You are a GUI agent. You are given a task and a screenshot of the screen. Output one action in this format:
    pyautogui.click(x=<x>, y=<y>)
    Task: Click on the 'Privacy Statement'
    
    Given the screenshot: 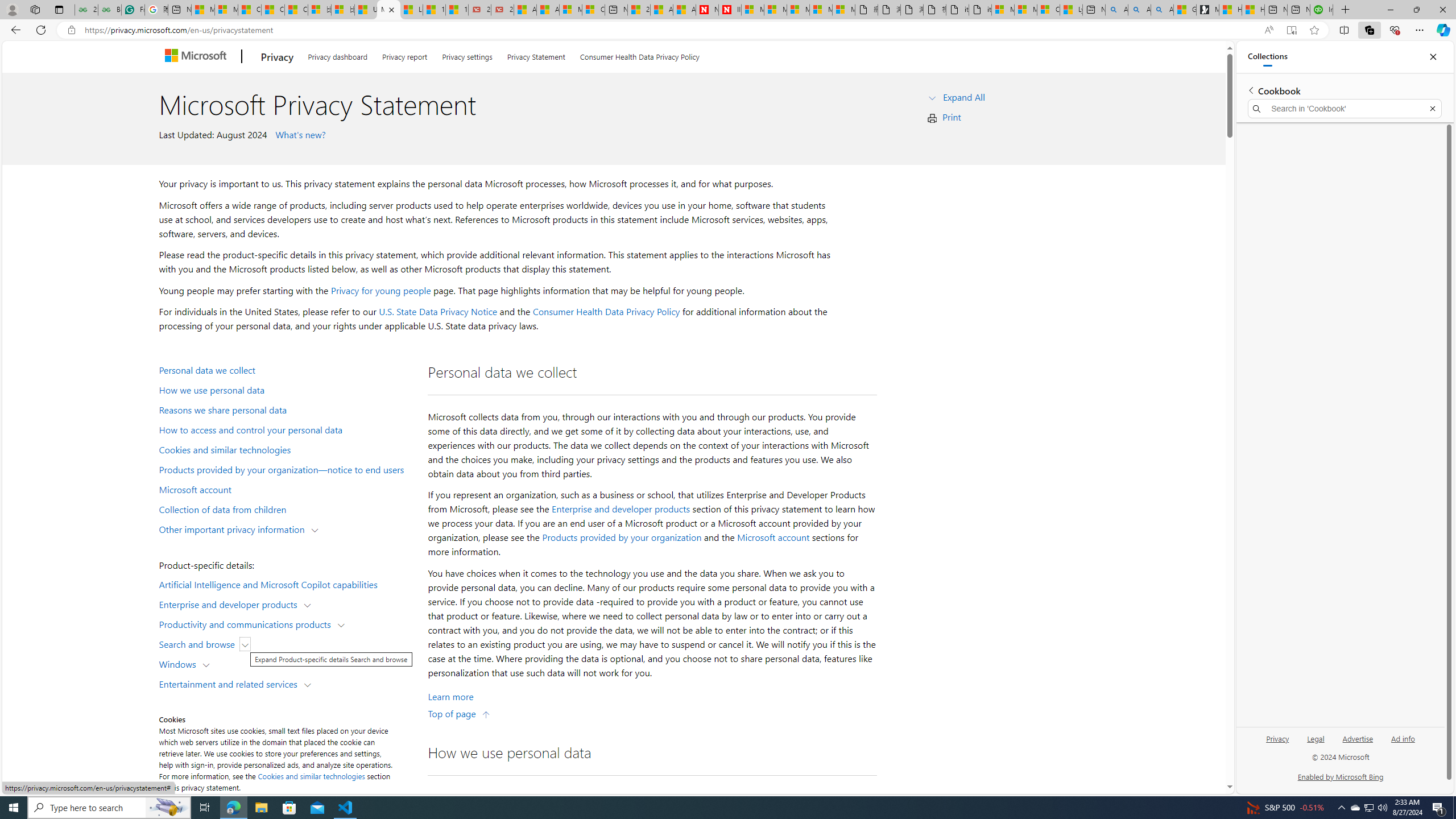 What is the action you would take?
    pyautogui.click(x=536, y=55)
    